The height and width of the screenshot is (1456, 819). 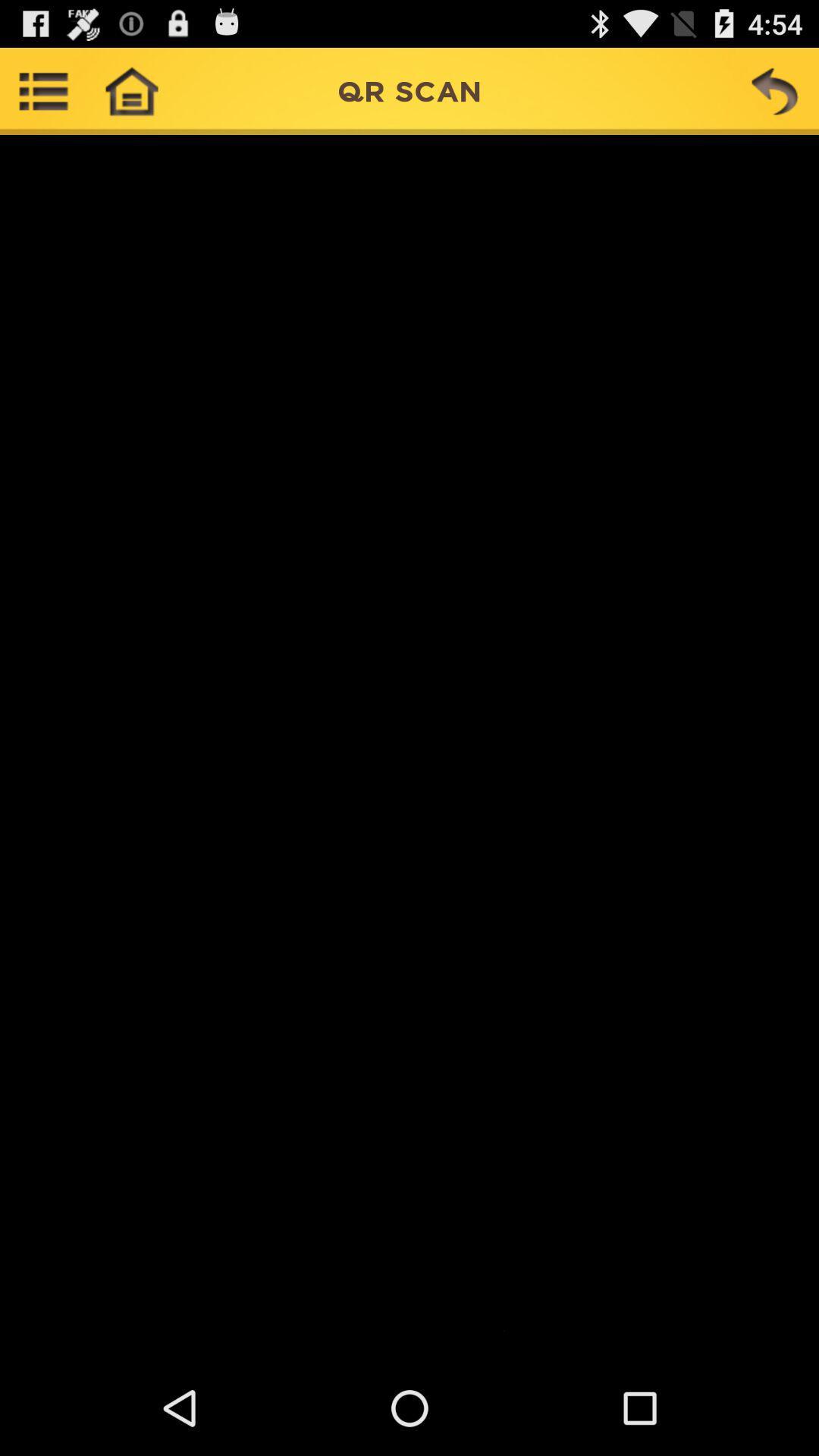 I want to click on the home icon, so click(x=130, y=97).